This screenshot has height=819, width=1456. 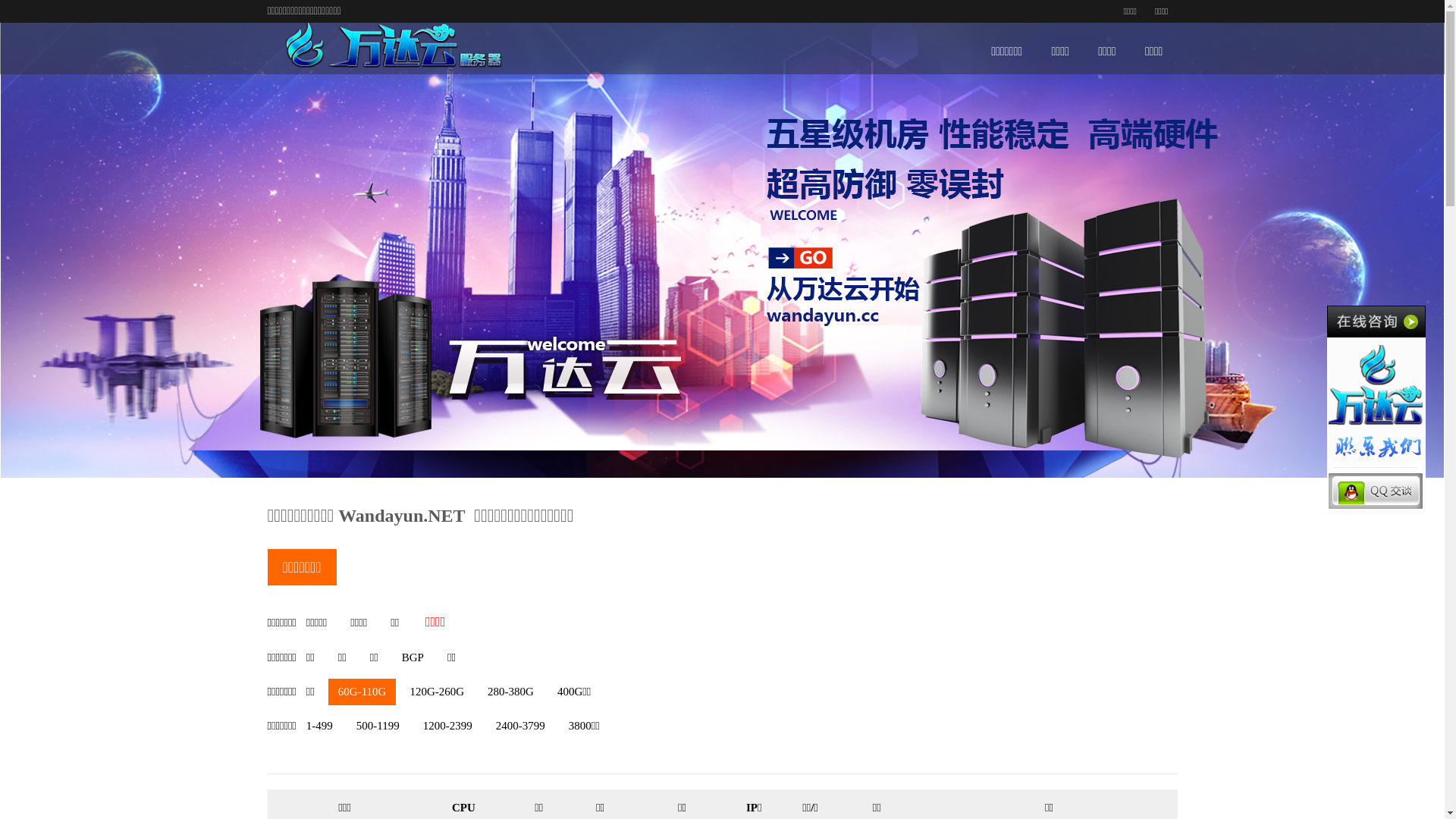 What do you see at coordinates (362, 692) in the screenshot?
I see `'60G-110G'` at bounding box center [362, 692].